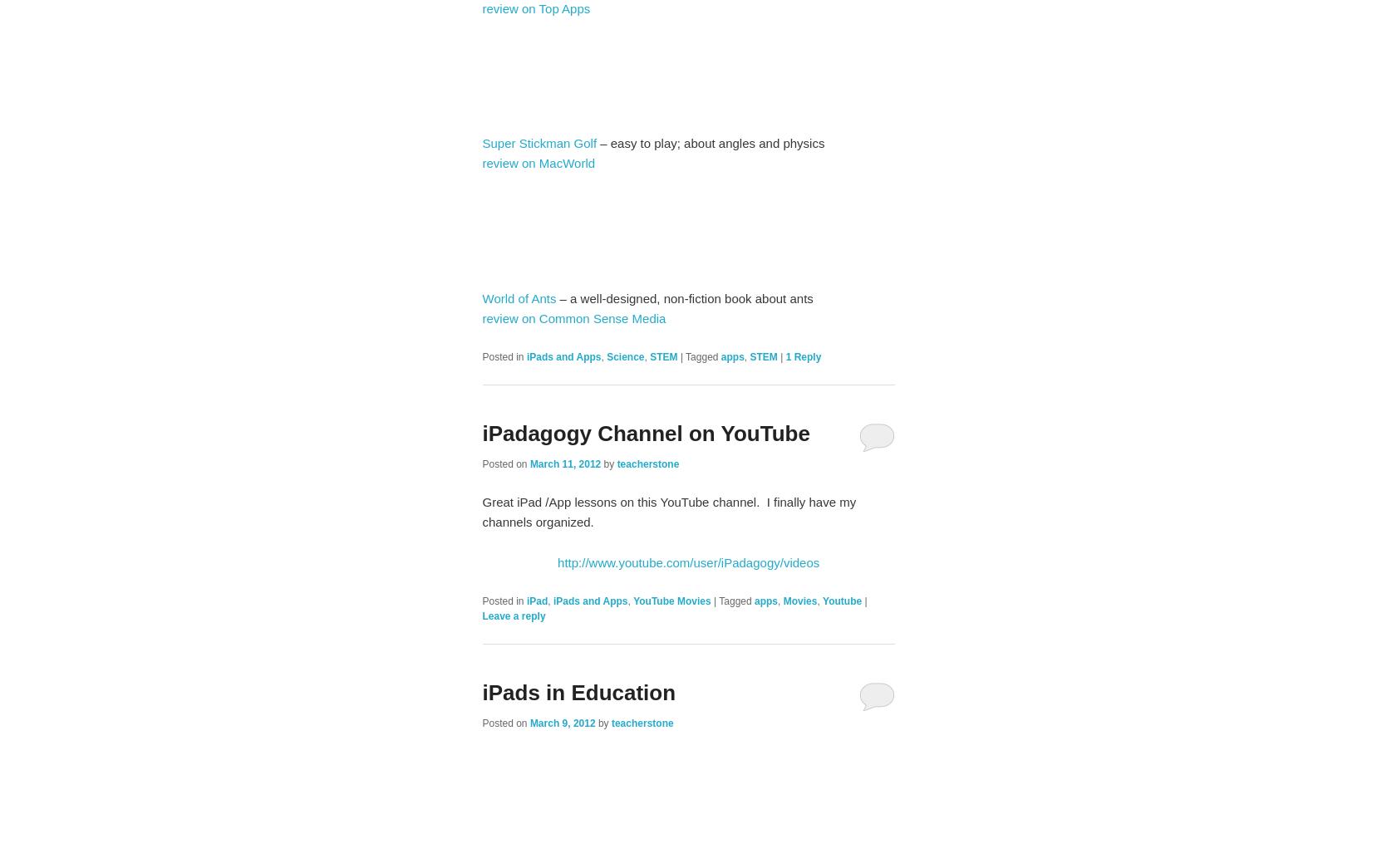  What do you see at coordinates (841, 600) in the screenshot?
I see `'Youtube'` at bounding box center [841, 600].